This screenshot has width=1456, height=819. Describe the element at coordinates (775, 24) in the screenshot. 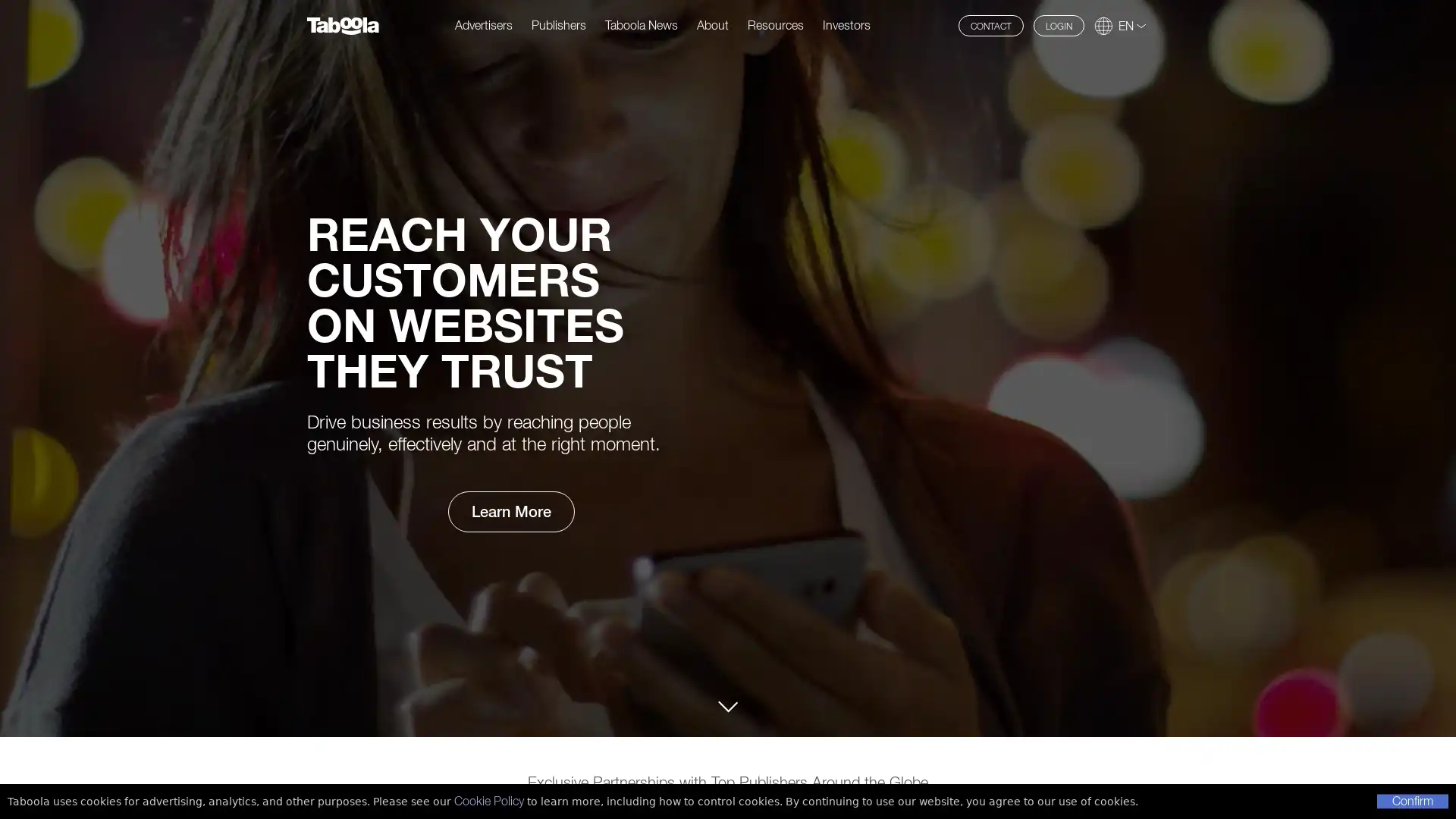

I see `Resources` at that location.